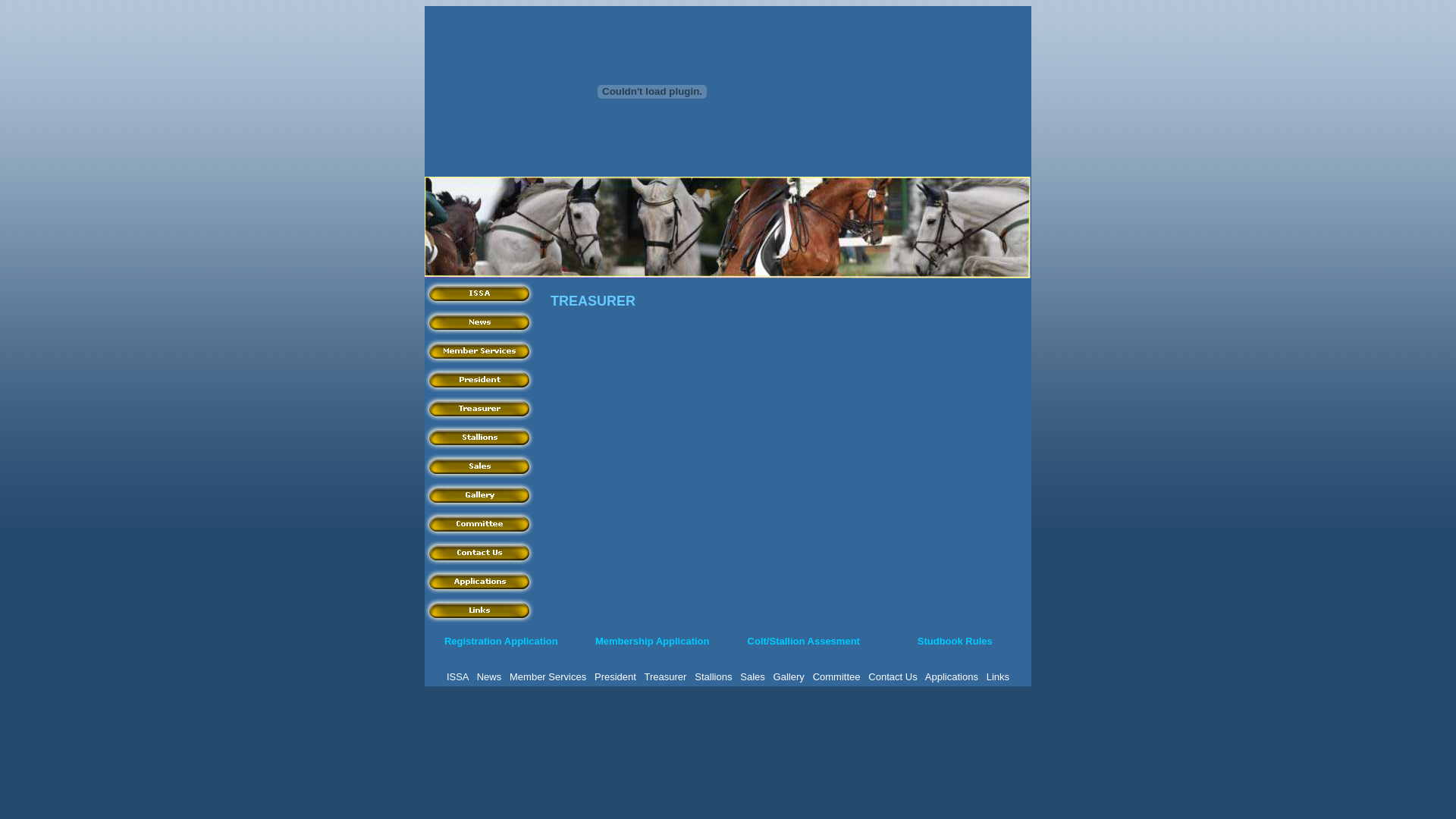 The height and width of the screenshot is (819, 1456). Describe the element at coordinates (479, 292) in the screenshot. I see `'ISSA'` at that location.